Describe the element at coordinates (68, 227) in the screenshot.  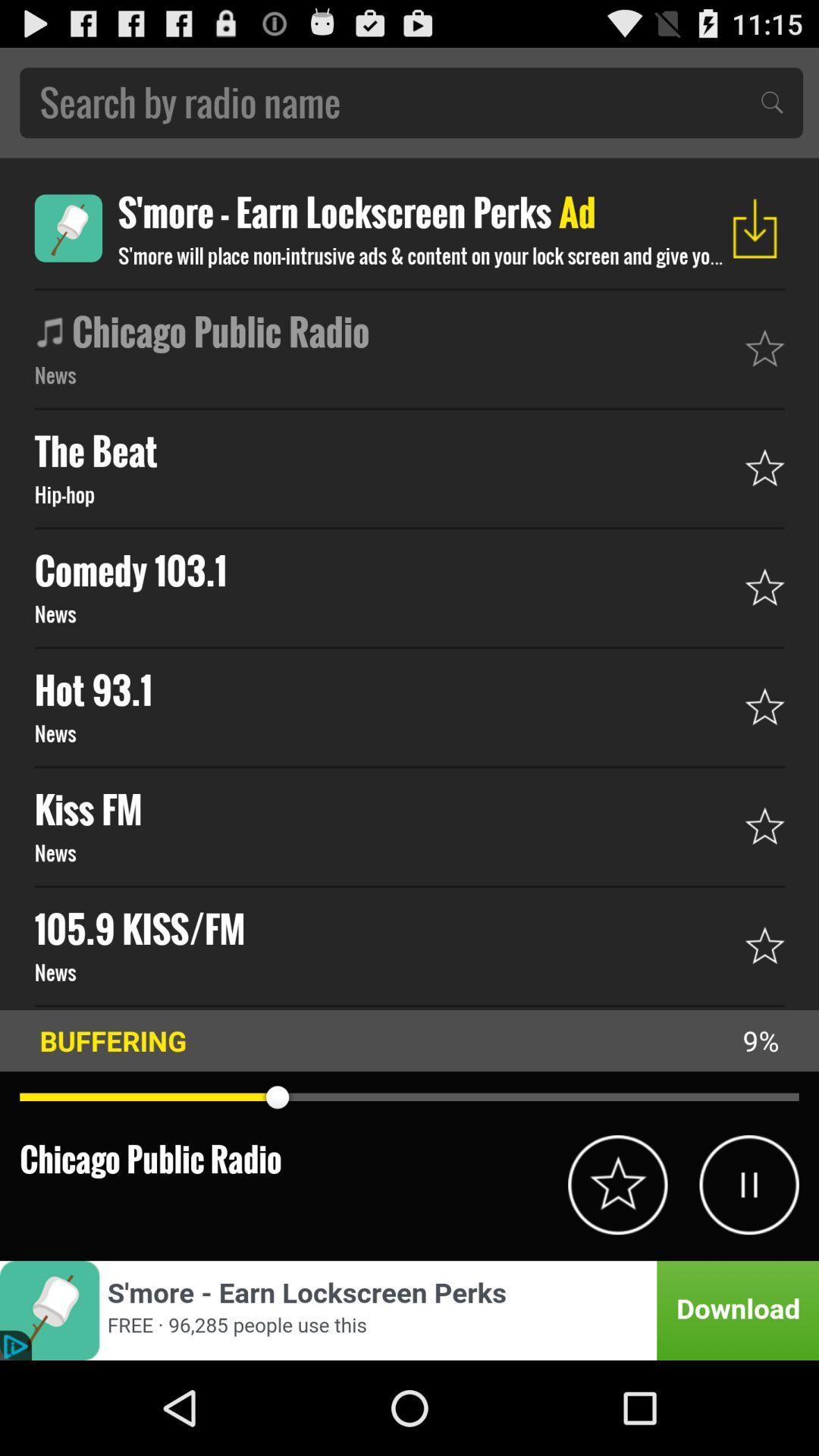
I see `advertisement` at that location.